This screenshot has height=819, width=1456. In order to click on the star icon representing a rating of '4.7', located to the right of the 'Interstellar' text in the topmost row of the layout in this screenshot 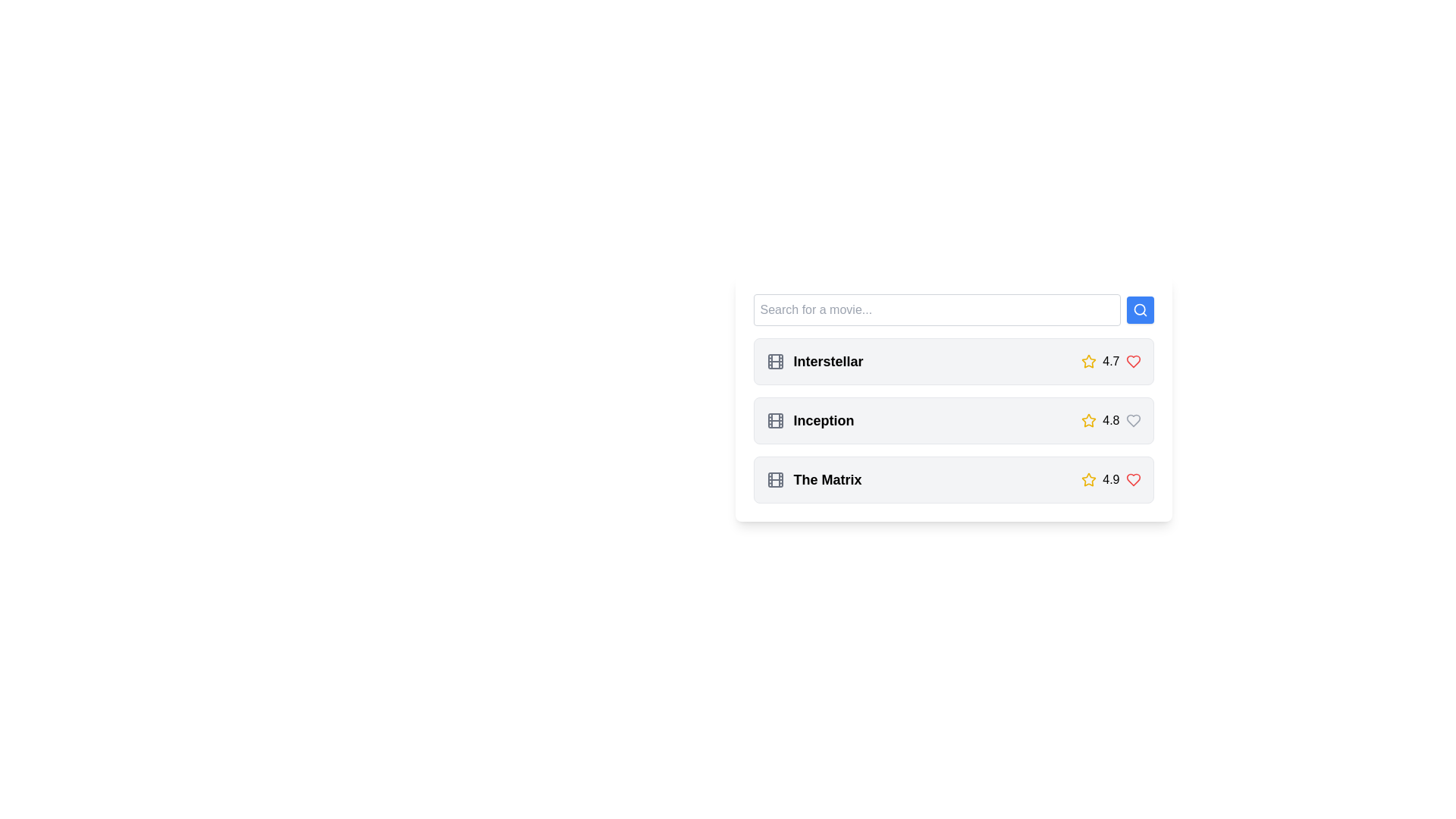, I will do `click(1088, 362)`.